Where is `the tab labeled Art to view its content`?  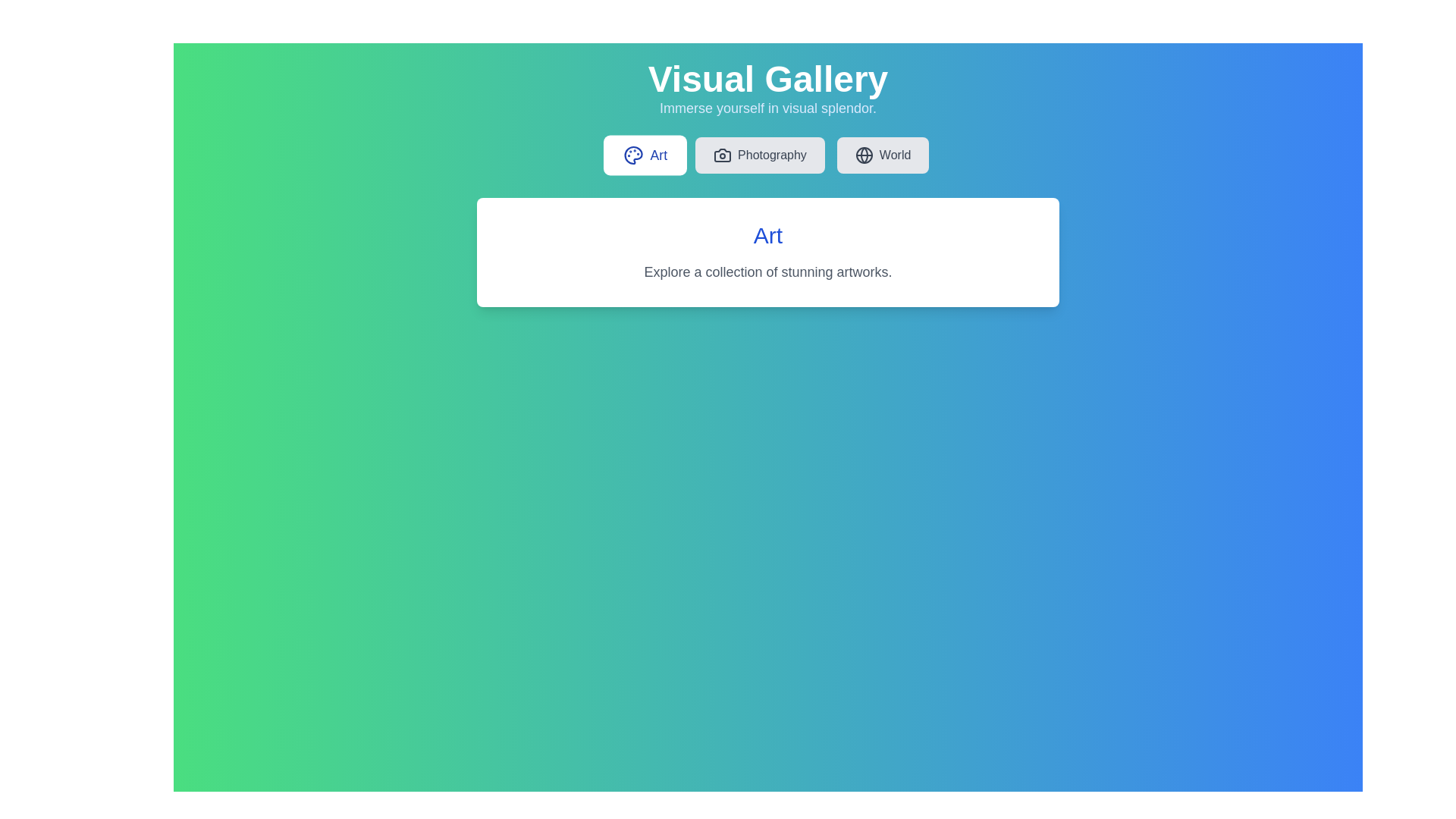 the tab labeled Art to view its content is located at coordinates (645, 155).